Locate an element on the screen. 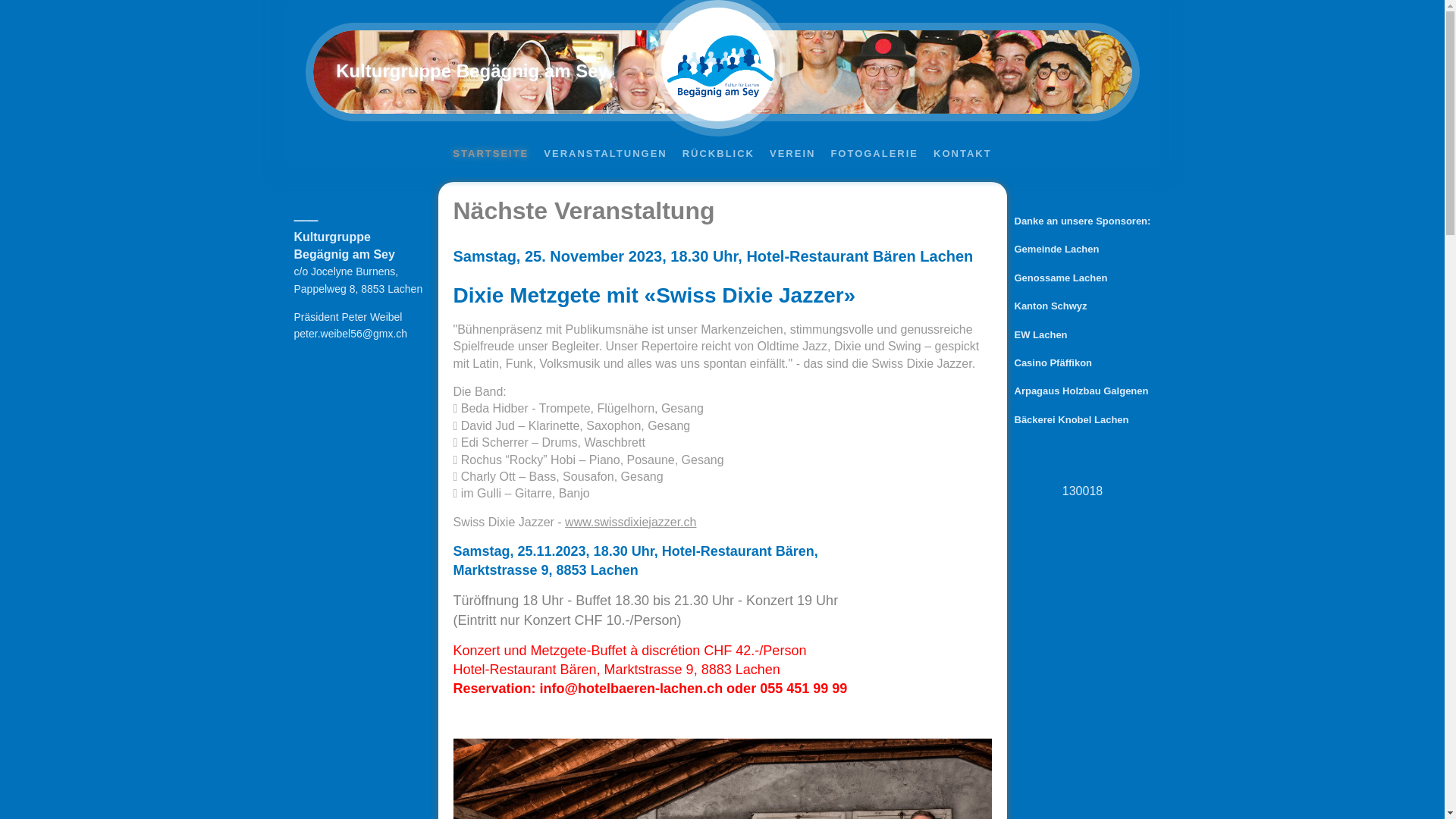 The height and width of the screenshot is (819, 1456). 'FOTOGALERIE' is located at coordinates (825, 153).